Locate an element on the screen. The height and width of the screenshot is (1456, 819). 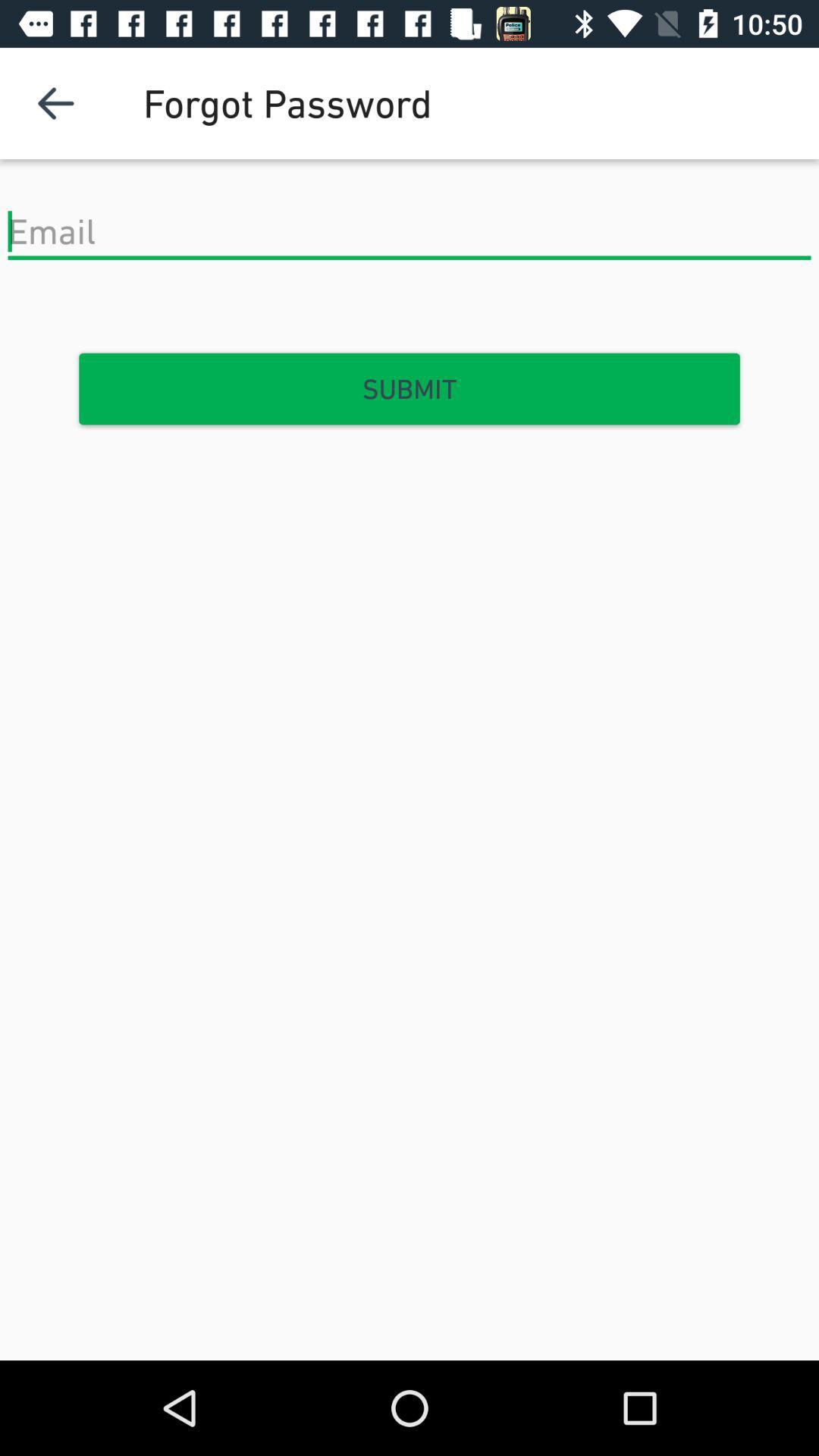
the item to the left of the forgot password is located at coordinates (55, 102).